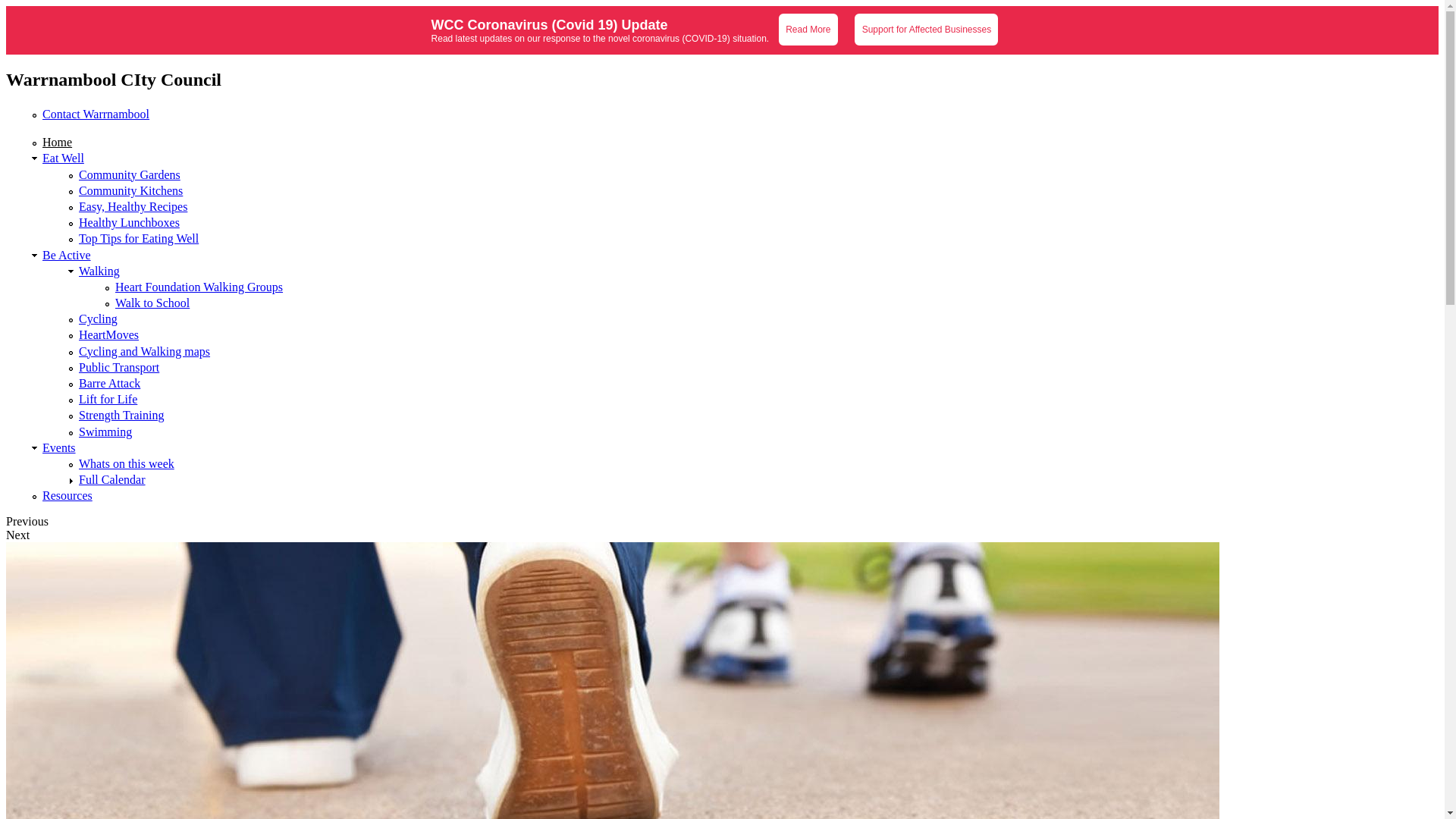  I want to click on 'Community Gardens', so click(130, 174).